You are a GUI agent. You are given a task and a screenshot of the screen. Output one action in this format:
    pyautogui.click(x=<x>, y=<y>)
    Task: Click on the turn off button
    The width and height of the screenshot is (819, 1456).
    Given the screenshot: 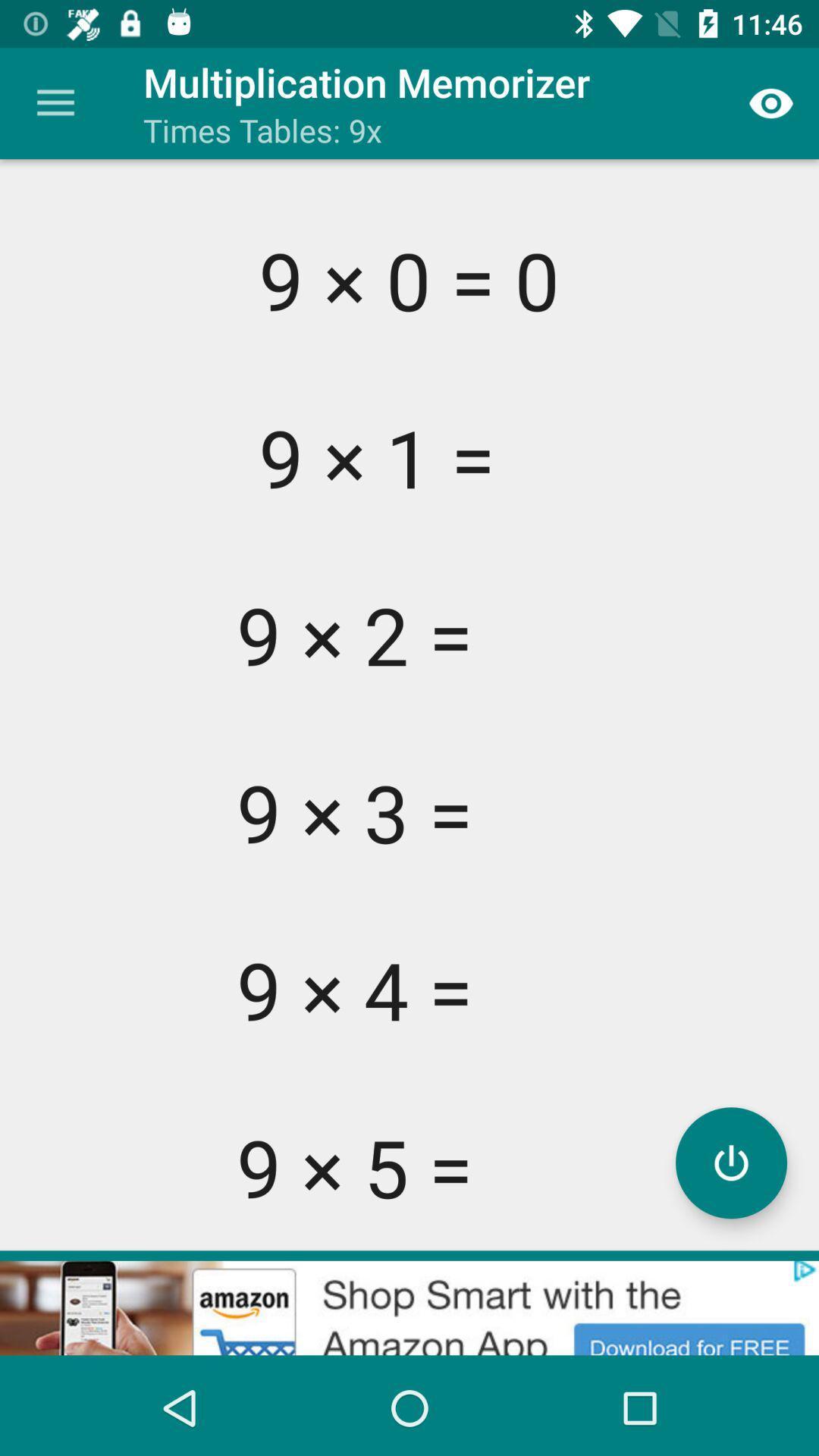 What is the action you would take?
    pyautogui.click(x=730, y=1162)
    